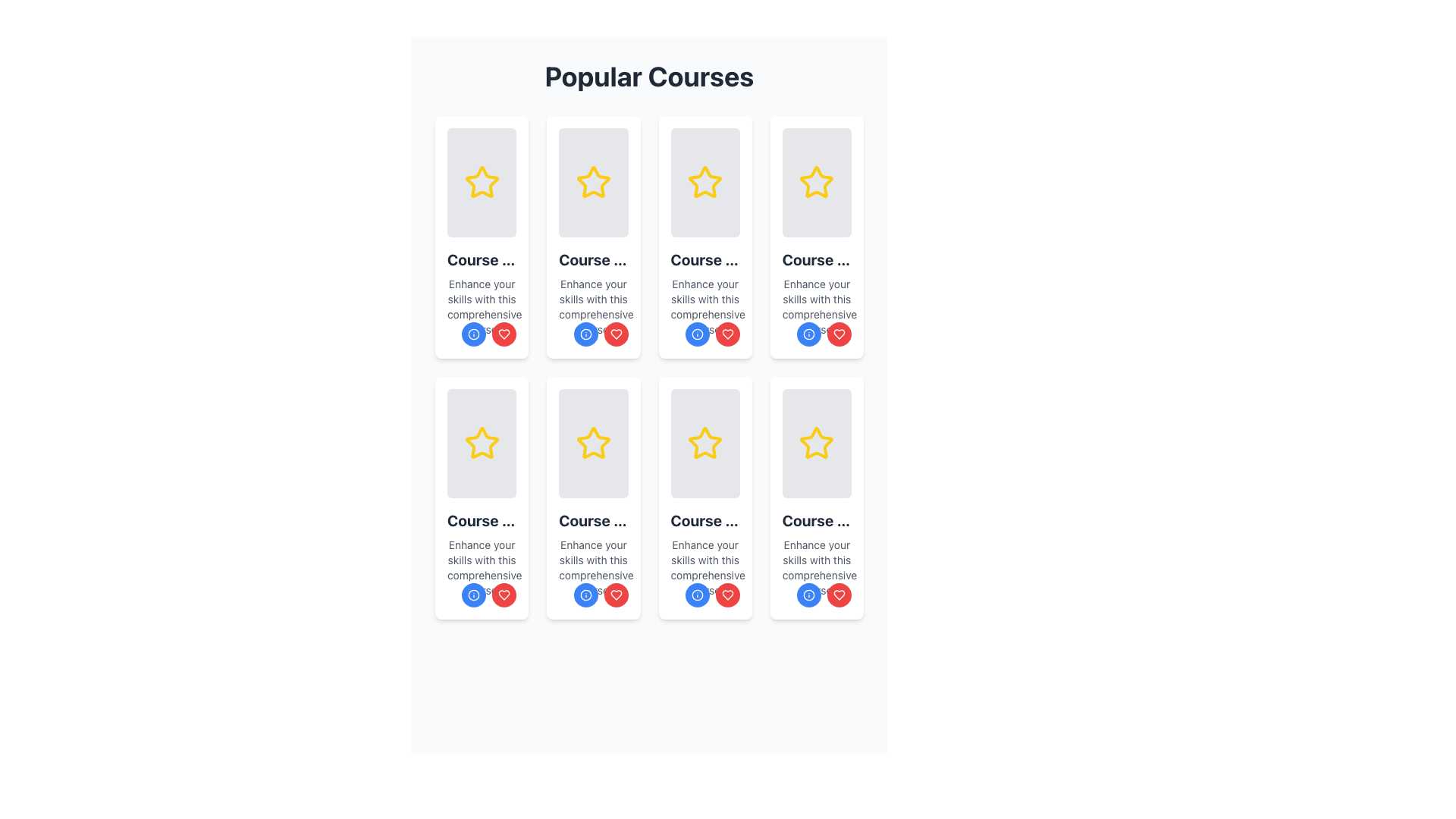  Describe the element at coordinates (704, 307) in the screenshot. I see `text element that provides additional information about the course featured in the third card, located below the title 'Course Title 3' and above two circular buttons` at that location.